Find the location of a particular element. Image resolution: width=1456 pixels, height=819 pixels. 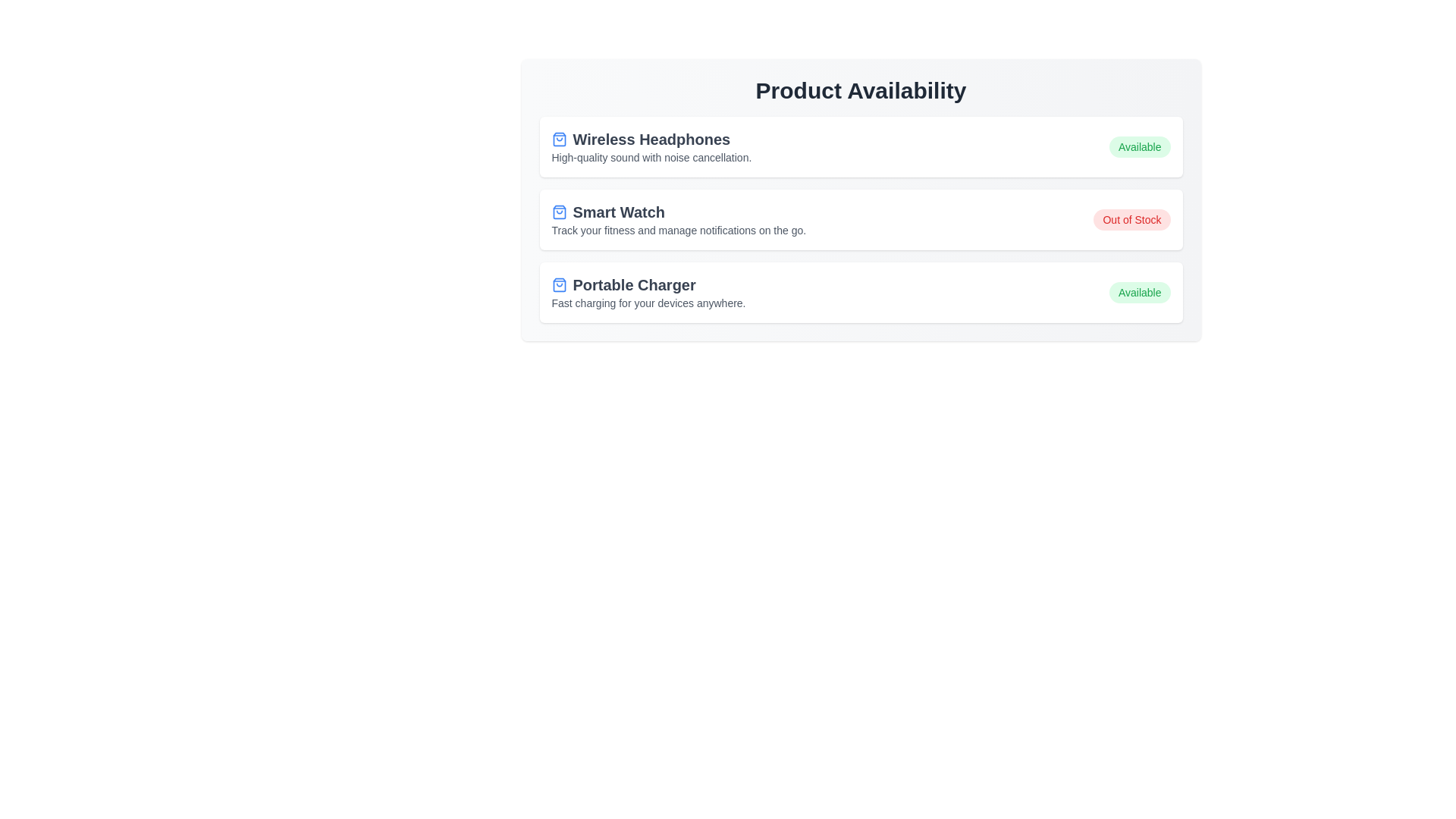

the product description for Wireless Headphones is located at coordinates (651, 146).